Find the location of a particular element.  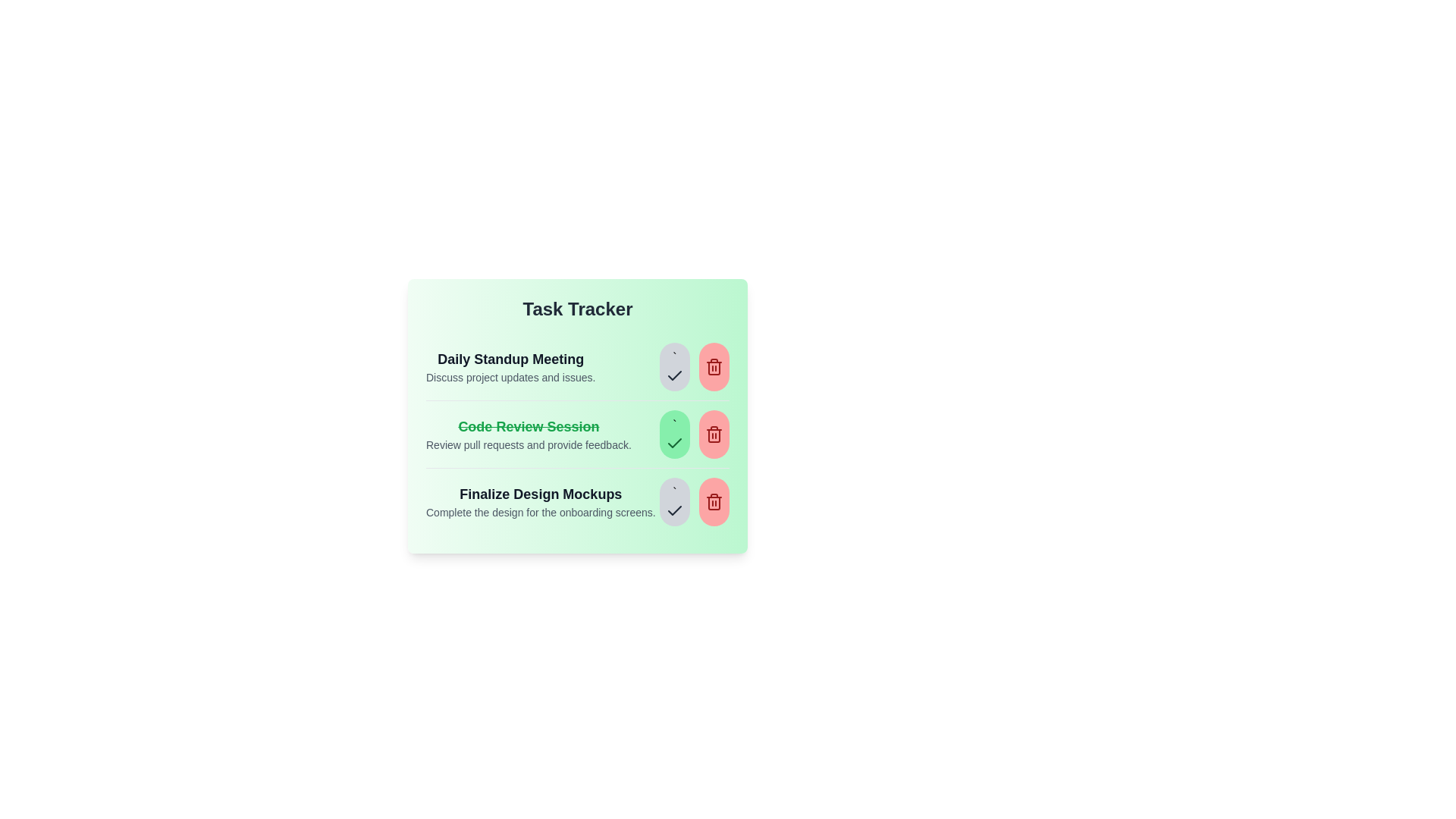

the delete button for the task identified by Finalize Design Mockups is located at coordinates (713, 502).